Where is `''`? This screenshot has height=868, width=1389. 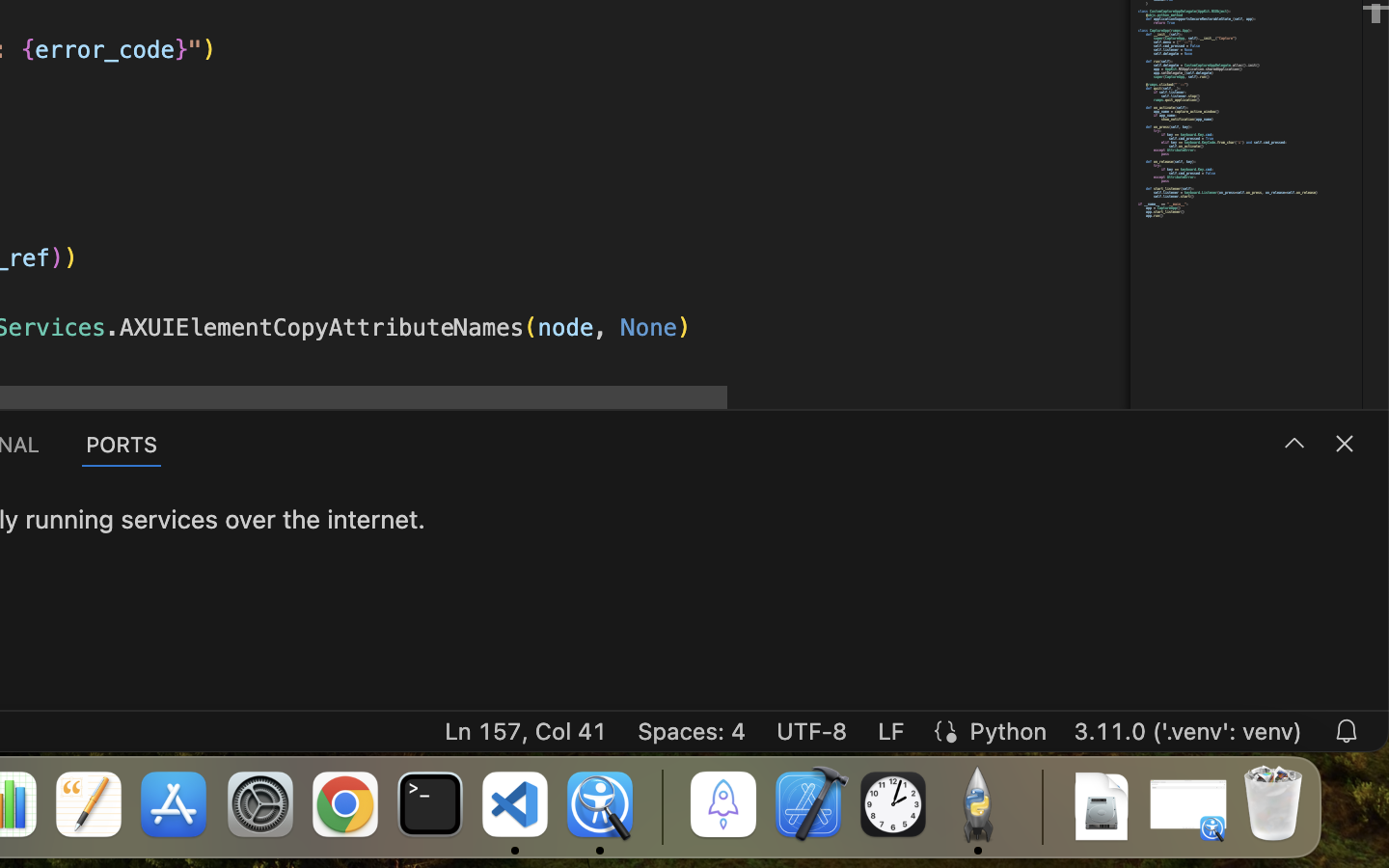 '' is located at coordinates (1293, 442).